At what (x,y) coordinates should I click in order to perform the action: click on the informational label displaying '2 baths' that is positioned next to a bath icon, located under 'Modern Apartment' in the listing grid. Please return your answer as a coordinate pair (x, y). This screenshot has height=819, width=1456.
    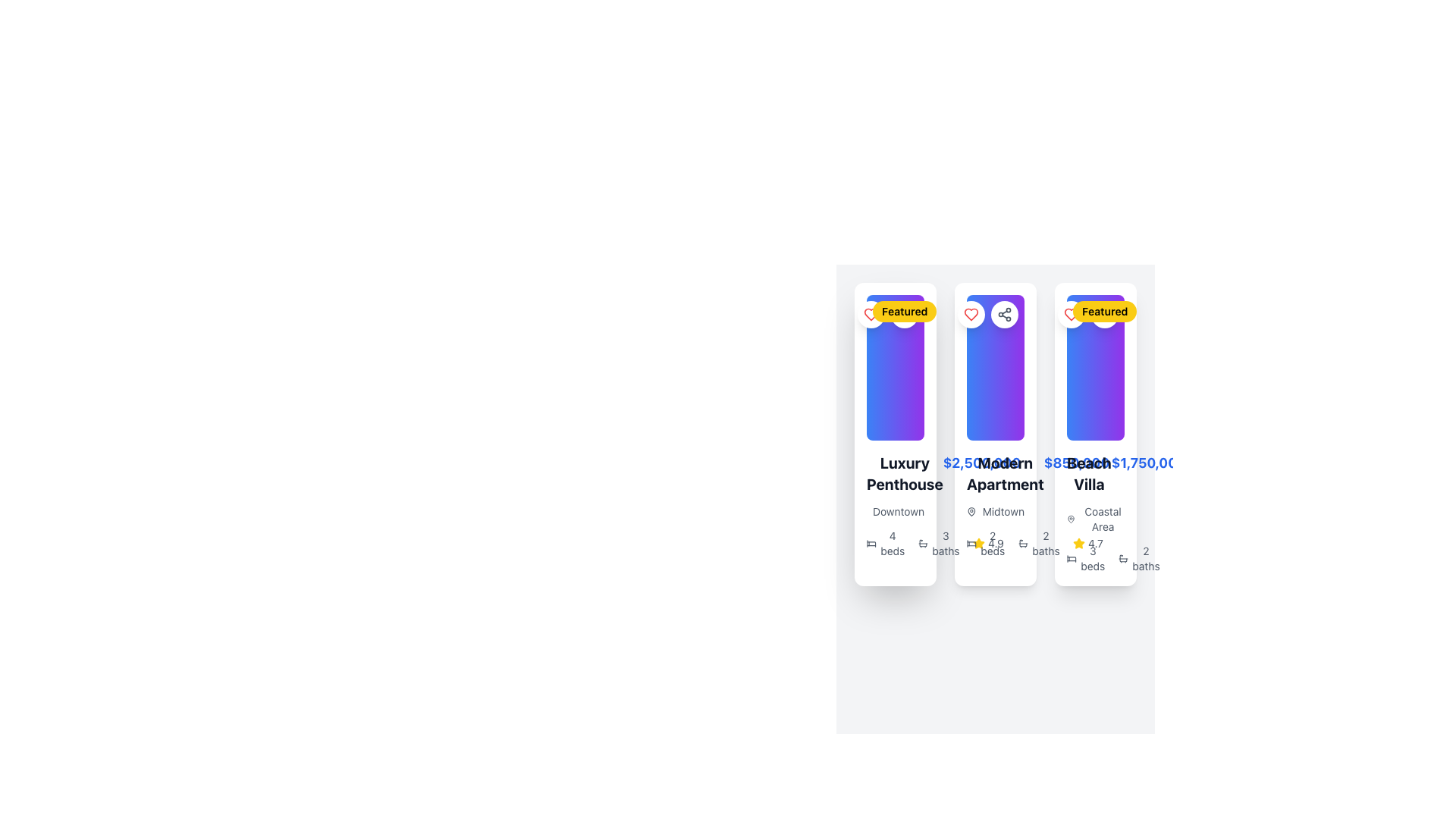
    Looking at the image, I should click on (1039, 543).